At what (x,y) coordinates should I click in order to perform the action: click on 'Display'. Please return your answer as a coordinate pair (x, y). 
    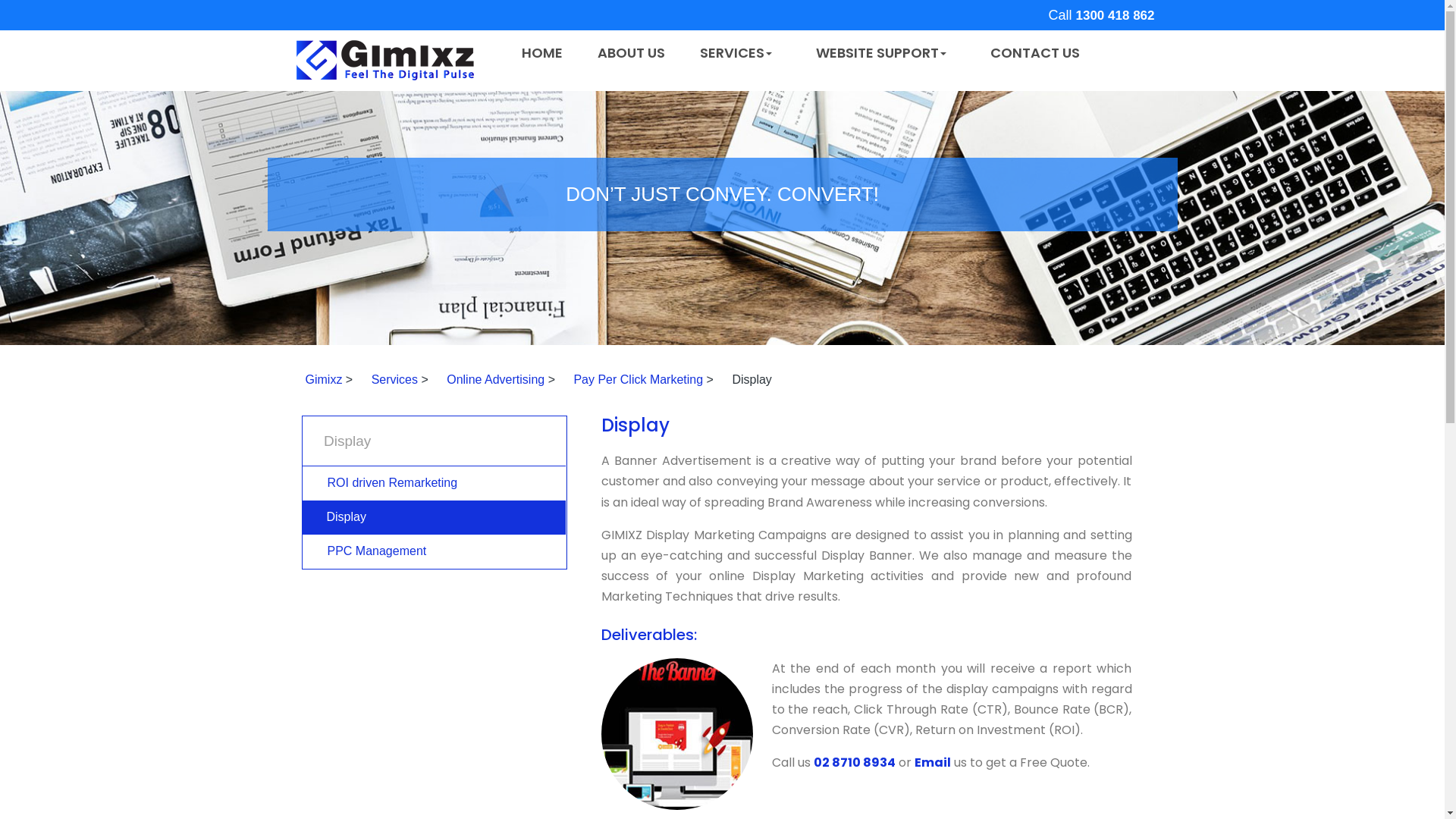
    Looking at the image, I should click on (432, 516).